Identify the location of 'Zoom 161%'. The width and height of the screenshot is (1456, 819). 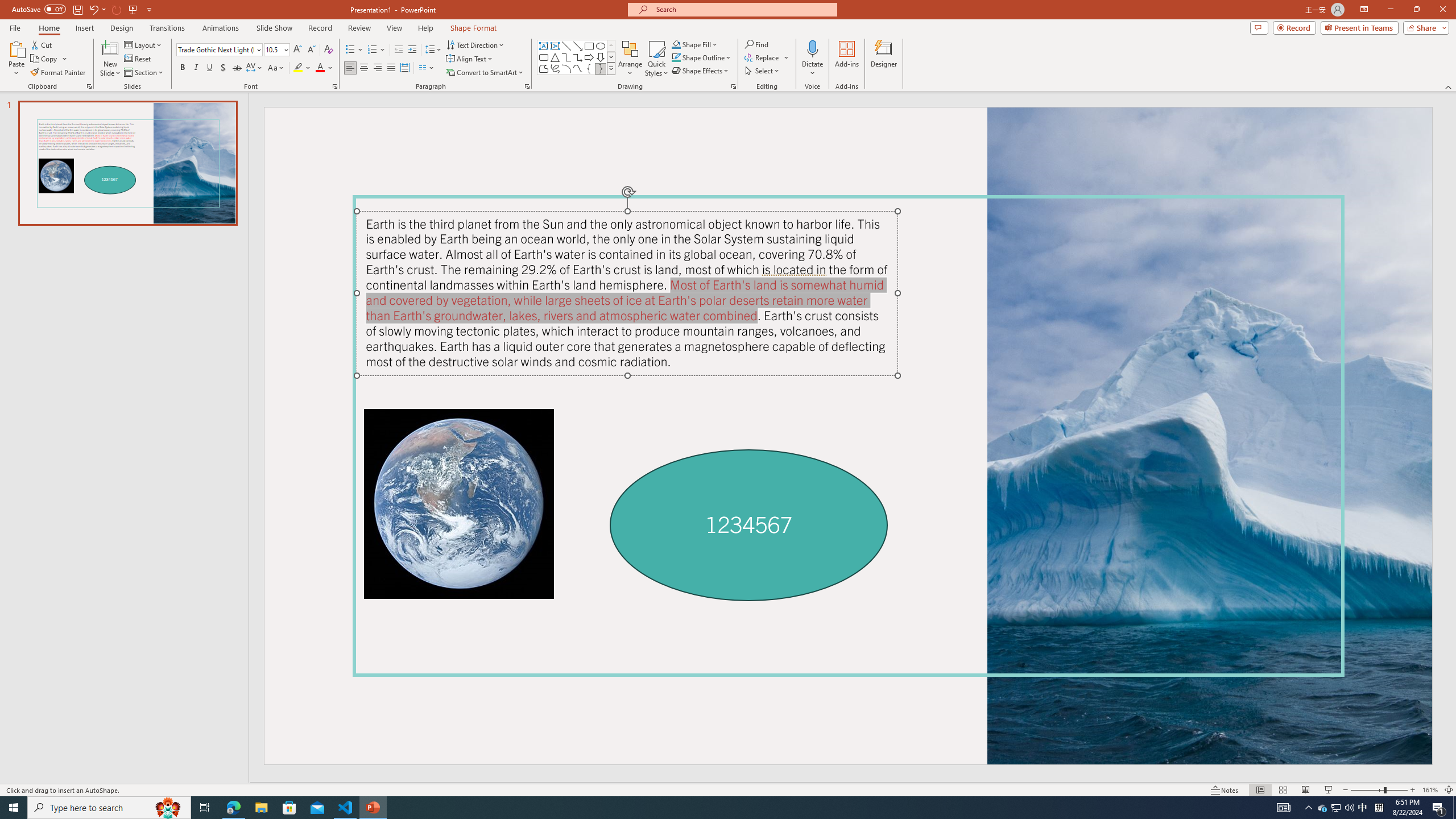
(1430, 790).